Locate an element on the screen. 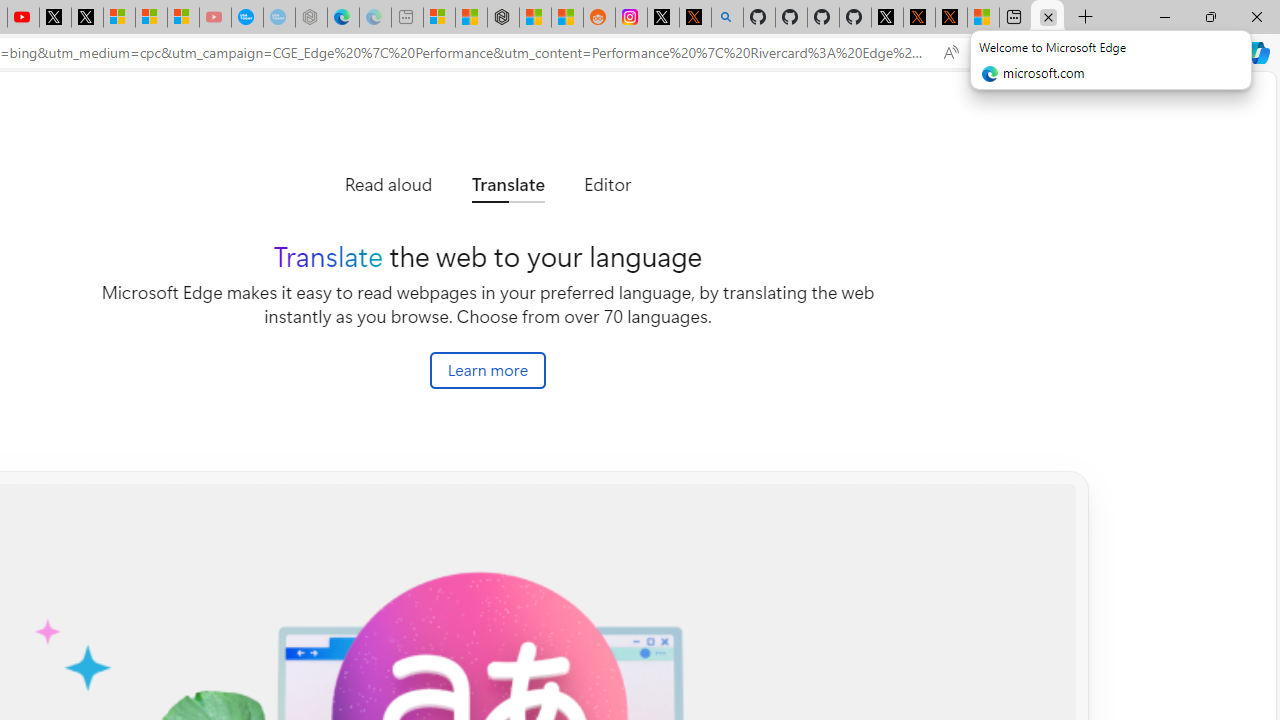 Image resolution: width=1280 pixels, height=720 pixels. 'Nordace - Nordace has arrived Hong Kong - Sleeping' is located at coordinates (310, 17).